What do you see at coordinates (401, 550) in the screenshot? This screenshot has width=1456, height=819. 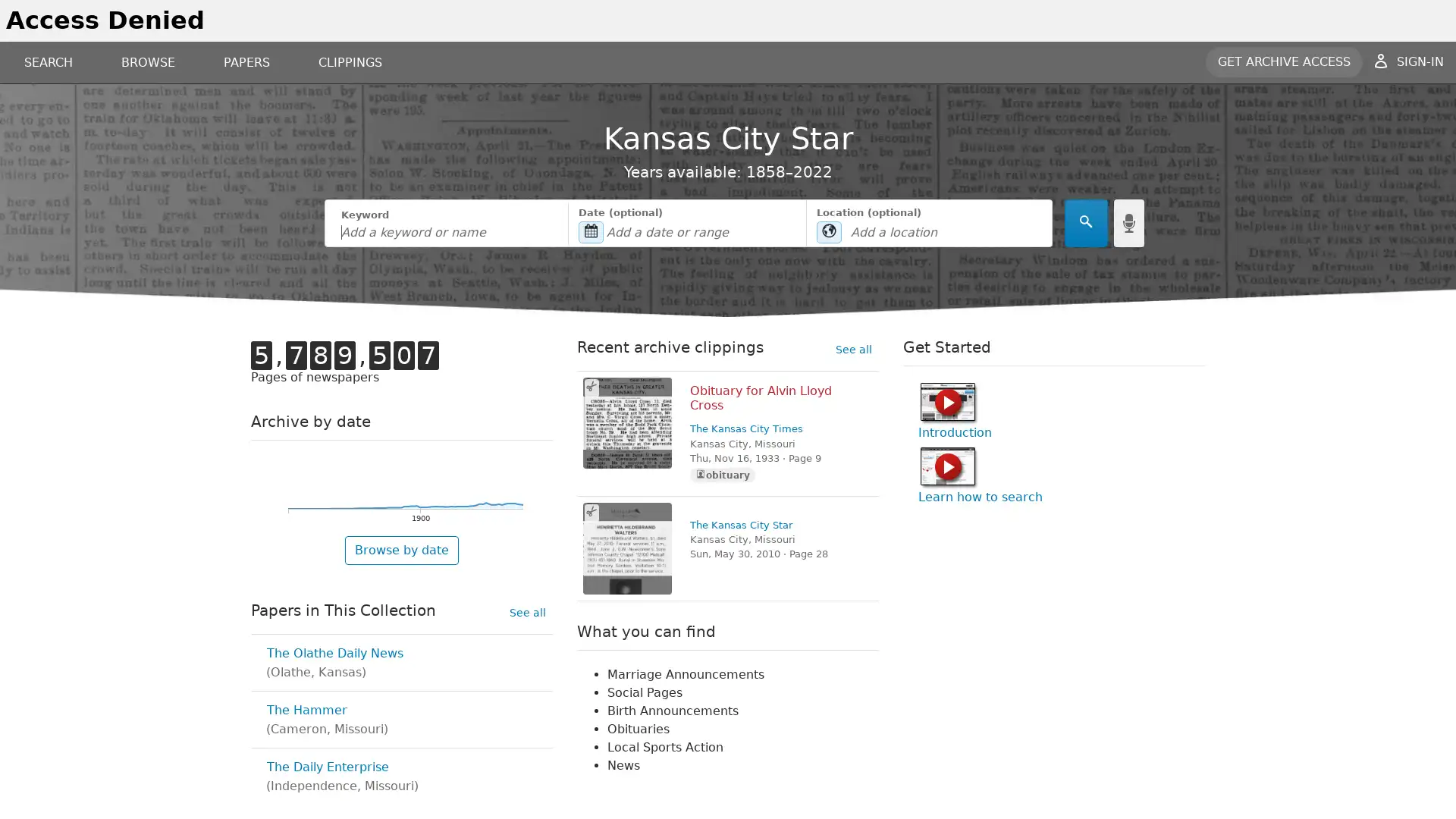 I see `Browse by date` at bounding box center [401, 550].